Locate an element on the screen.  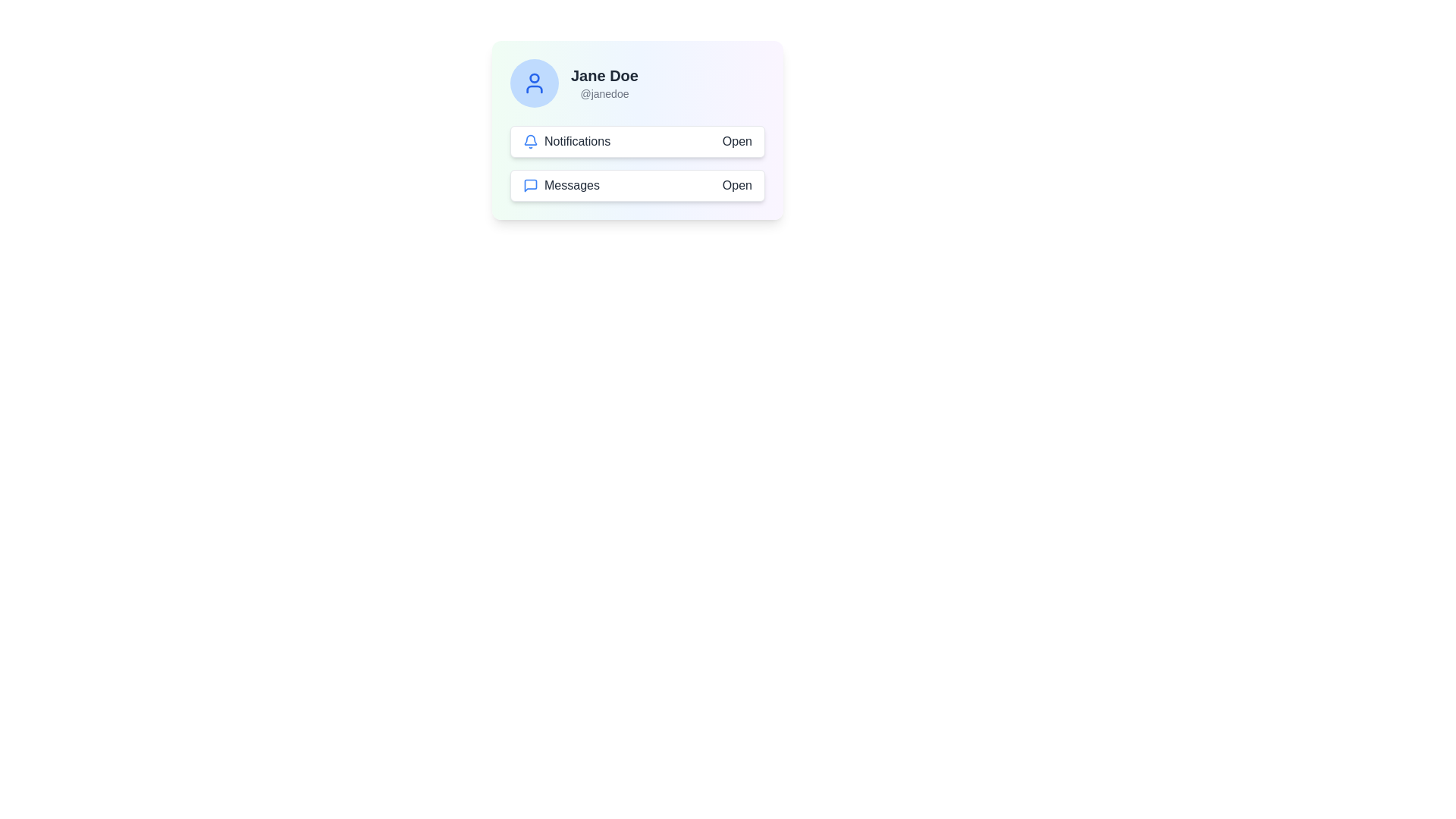
the blue bell-shaped icon located to the left of the text 'Notifications' is located at coordinates (531, 141).